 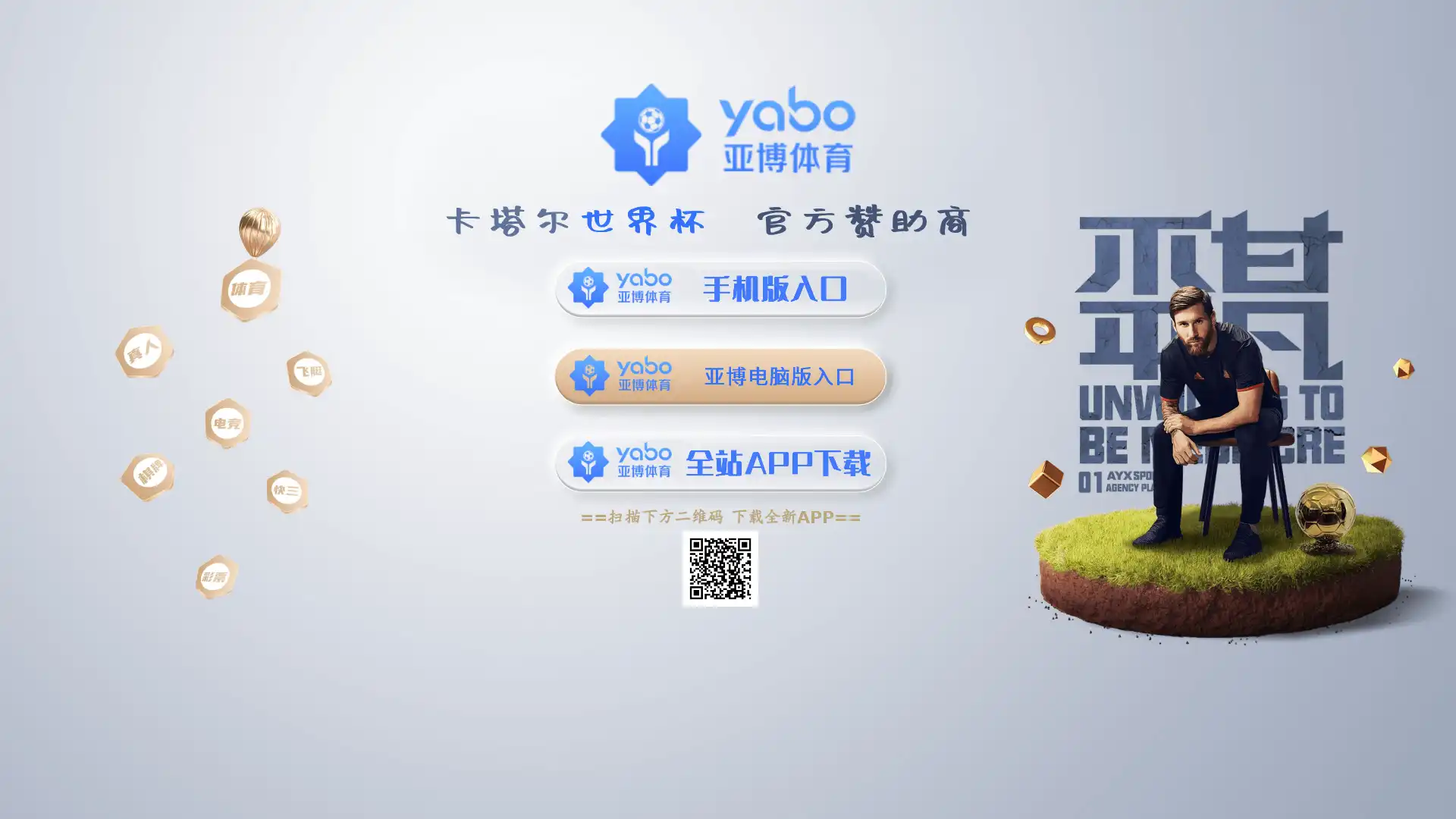 I want to click on Next slide, so click(x=1164, y=354).